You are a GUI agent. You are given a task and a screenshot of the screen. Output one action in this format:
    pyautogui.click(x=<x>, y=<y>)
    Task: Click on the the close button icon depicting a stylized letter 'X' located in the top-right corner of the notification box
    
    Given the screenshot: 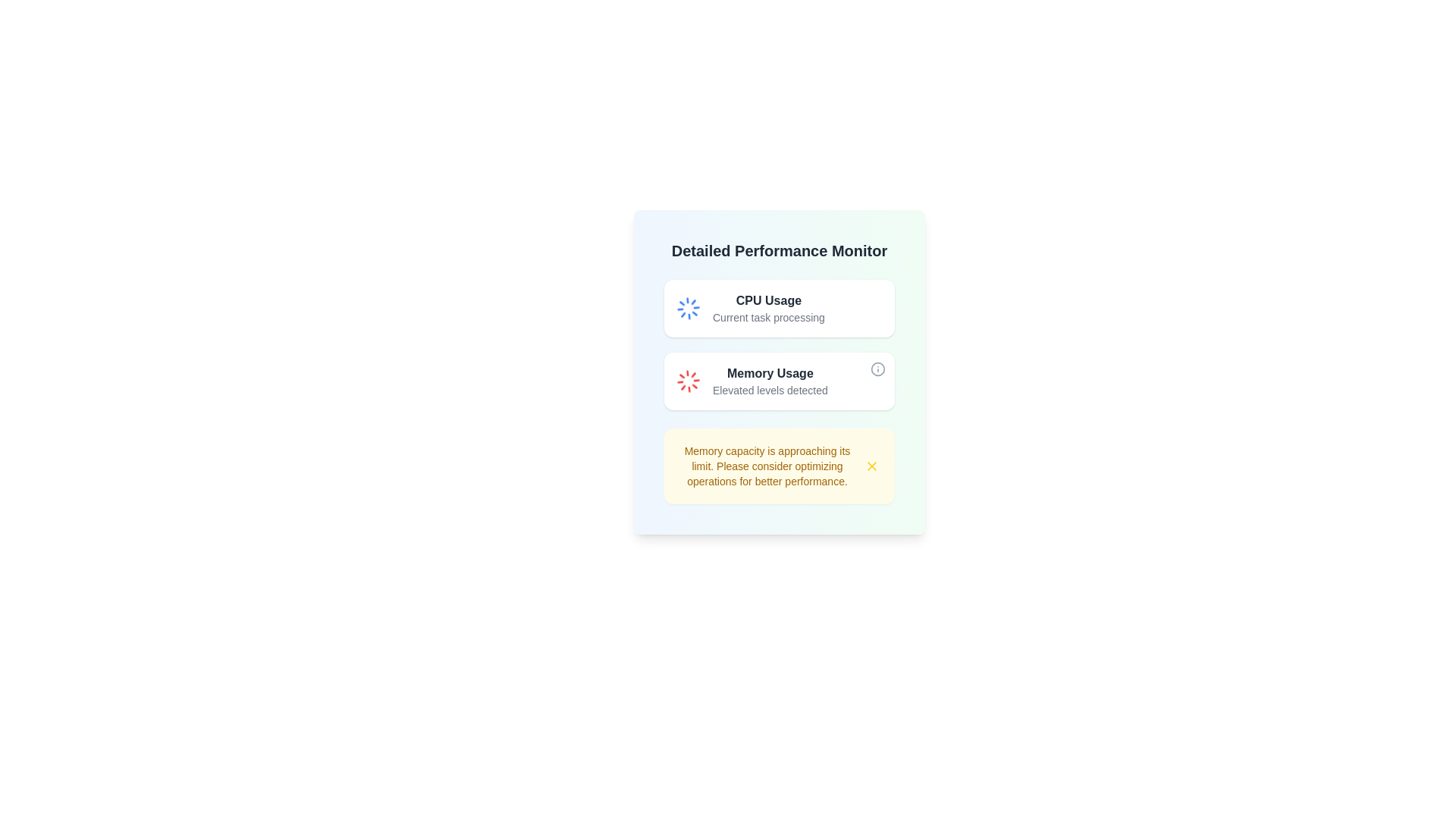 What is the action you would take?
    pyautogui.click(x=872, y=465)
    